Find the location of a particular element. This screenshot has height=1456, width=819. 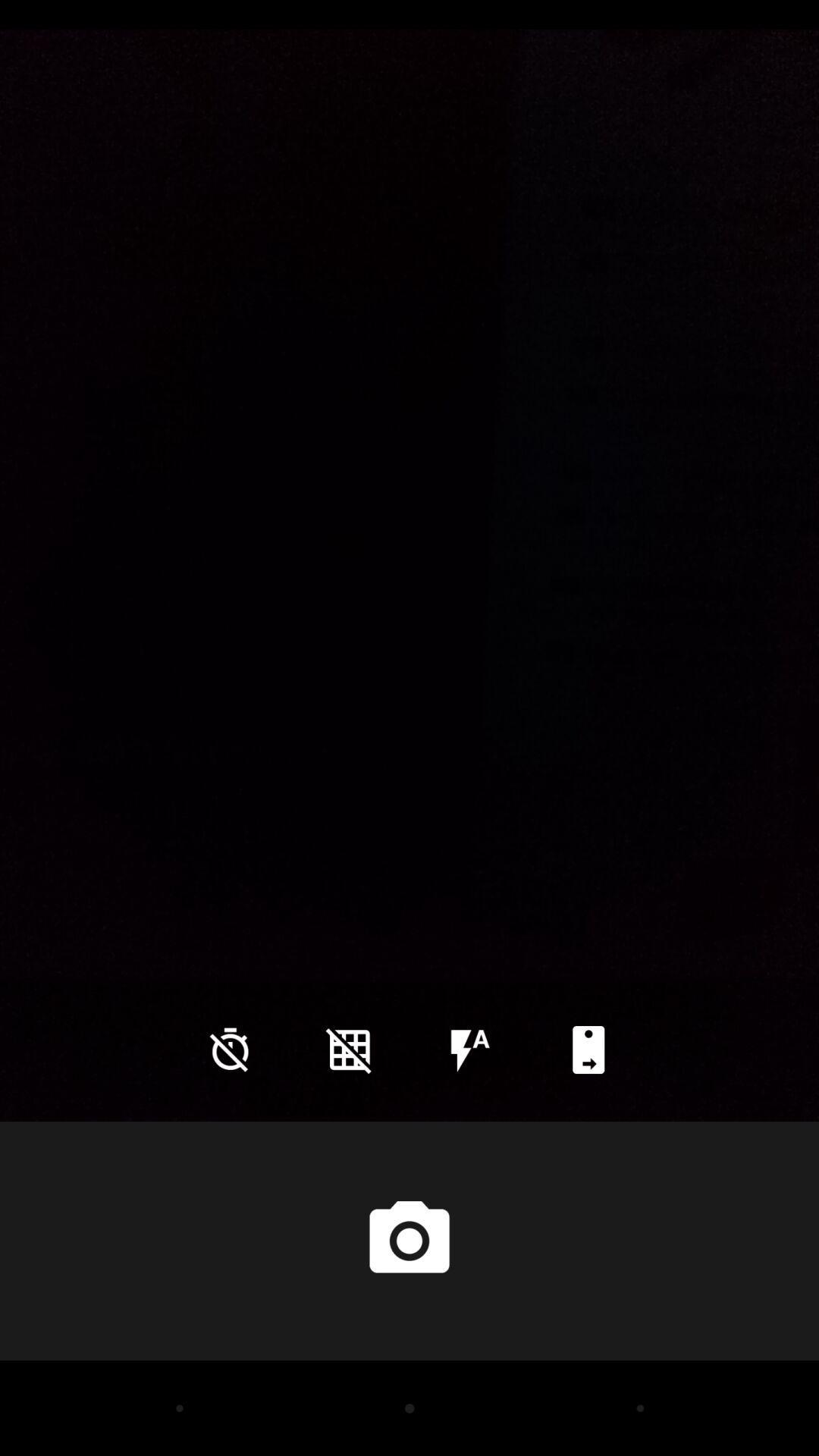

the flash icon is located at coordinates (468, 1049).